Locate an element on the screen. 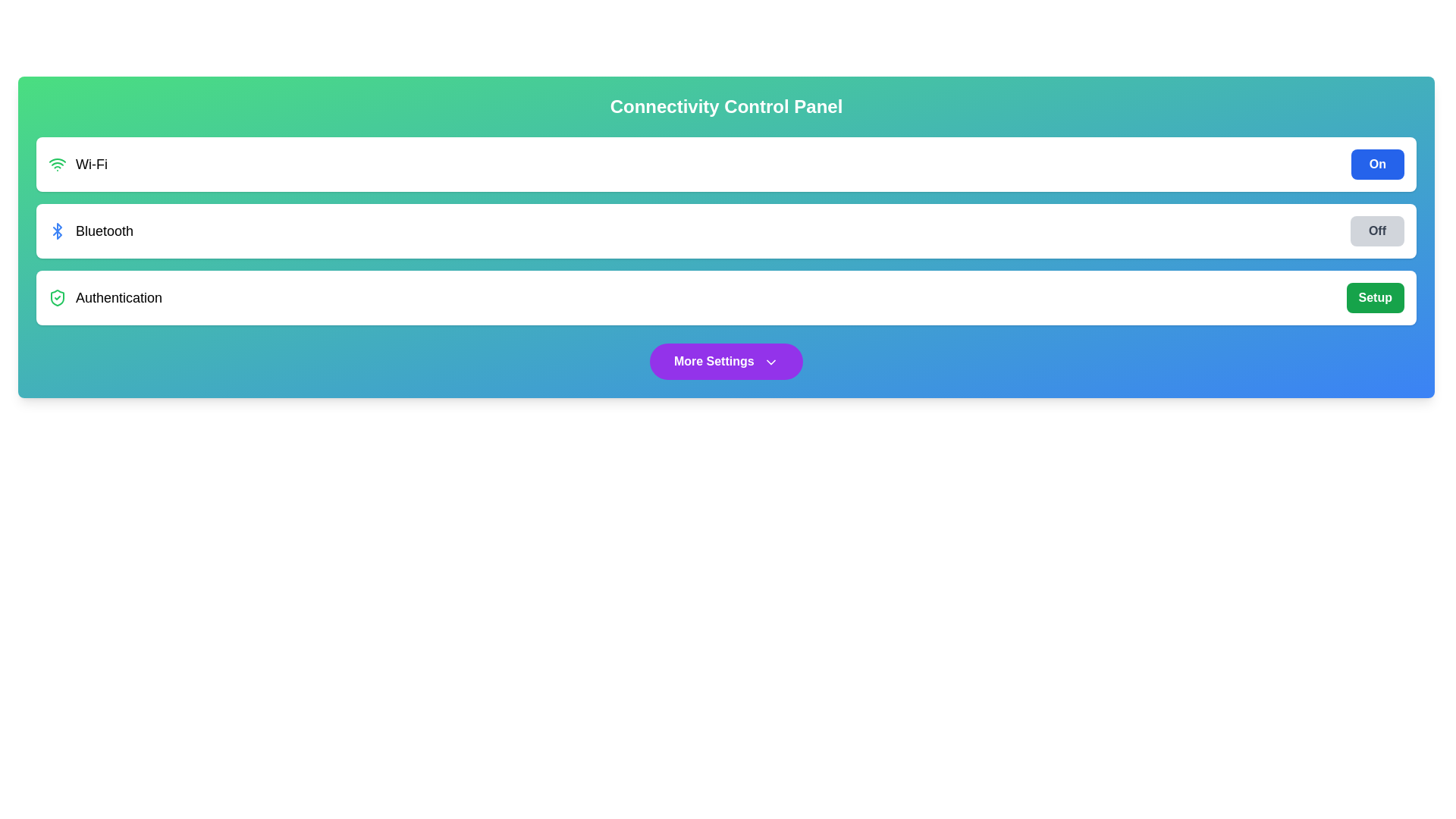 The height and width of the screenshot is (819, 1456). the secure status icon located to the left of the 'Authentication' text in the settings panel, which indicates successful authentication is located at coordinates (58, 298).